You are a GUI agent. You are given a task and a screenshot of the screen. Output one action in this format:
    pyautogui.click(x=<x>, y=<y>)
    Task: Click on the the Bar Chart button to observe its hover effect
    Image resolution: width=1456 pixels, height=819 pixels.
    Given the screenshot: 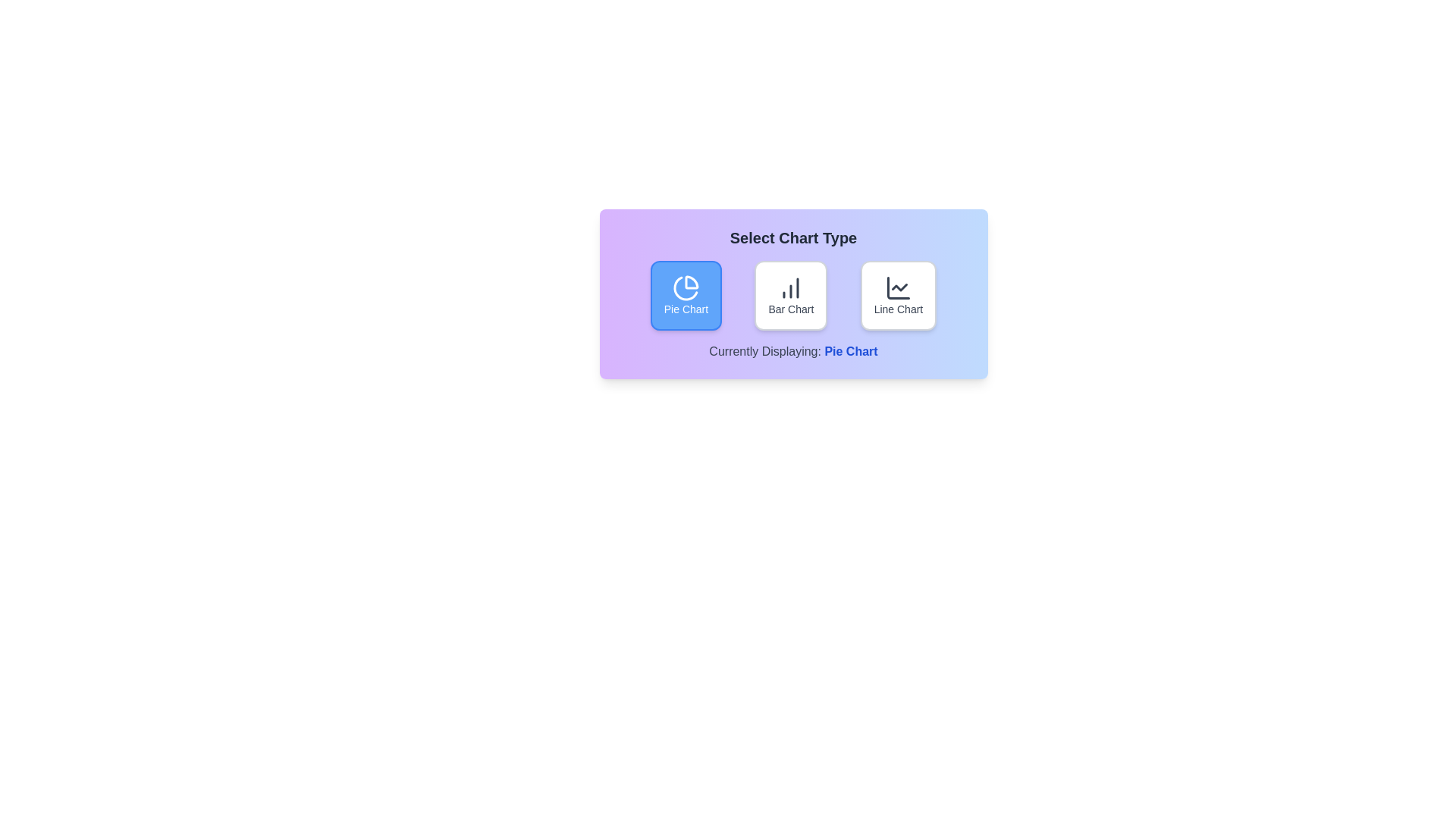 What is the action you would take?
    pyautogui.click(x=790, y=295)
    